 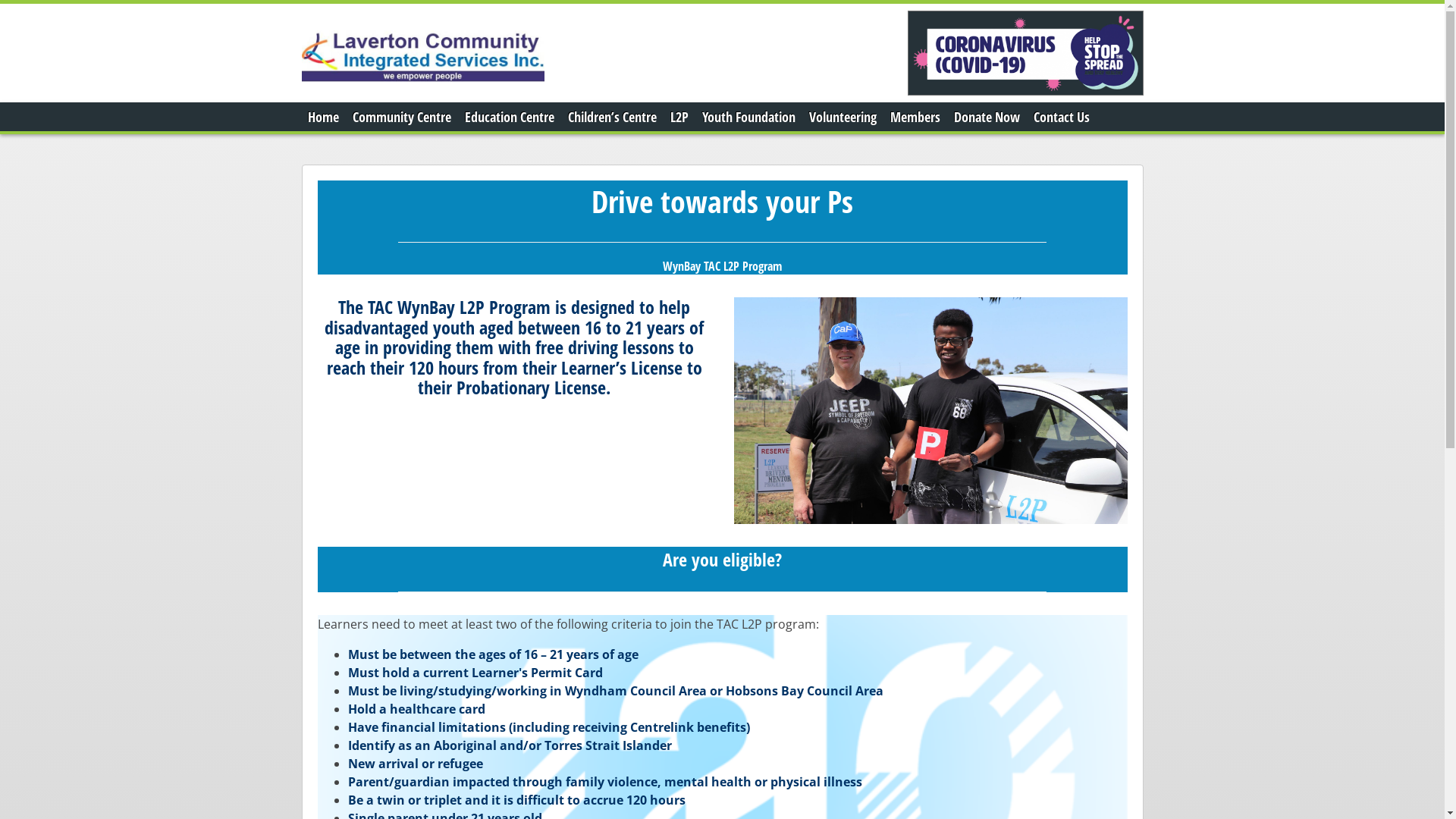 I want to click on 'Volunteering', so click(x=841, y=116).